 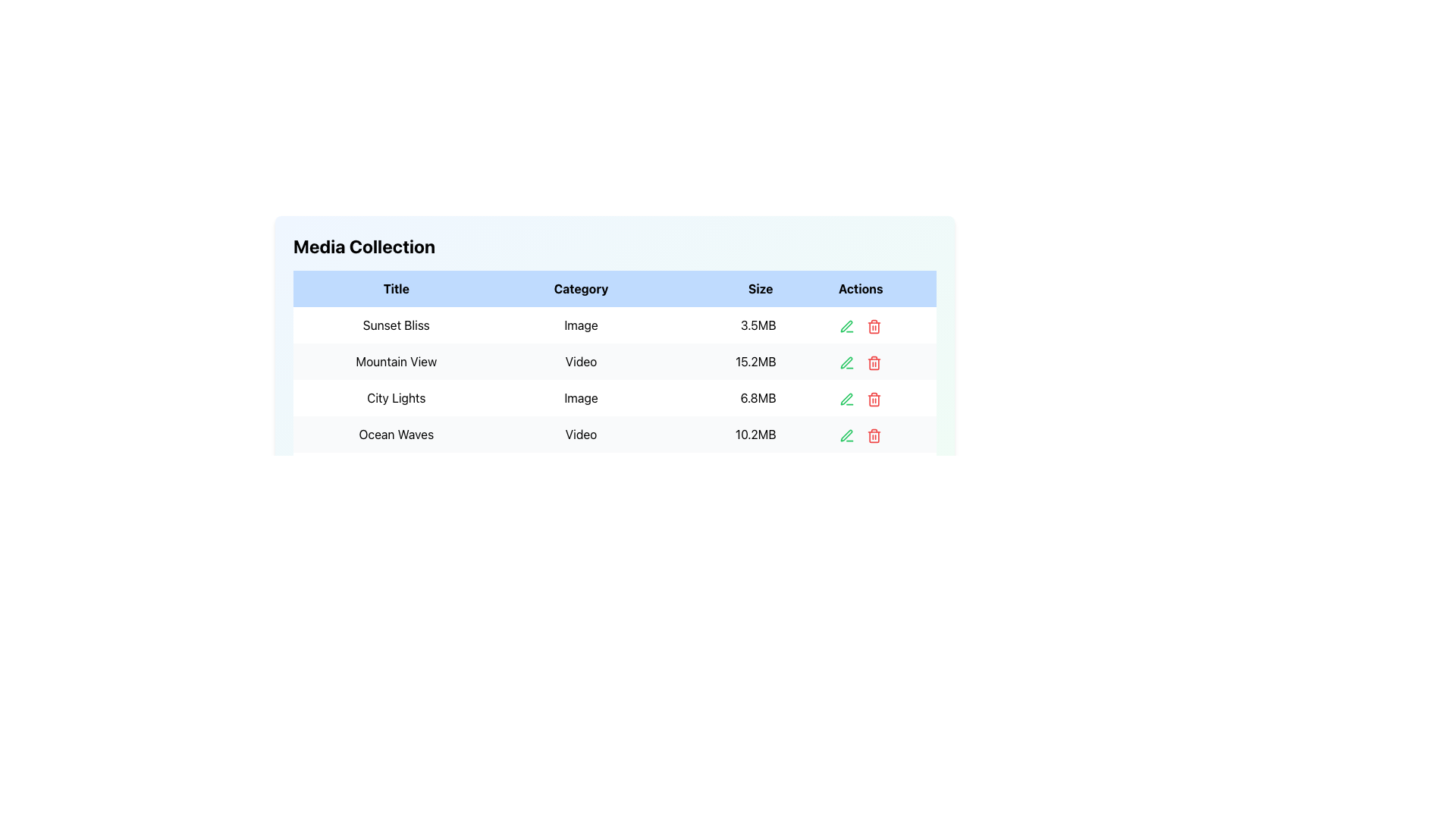 I want to click on the deletion icon button located in the 'Actions' column of the first row for the item 'Sunset Bliss', so click(x=874, y=325).